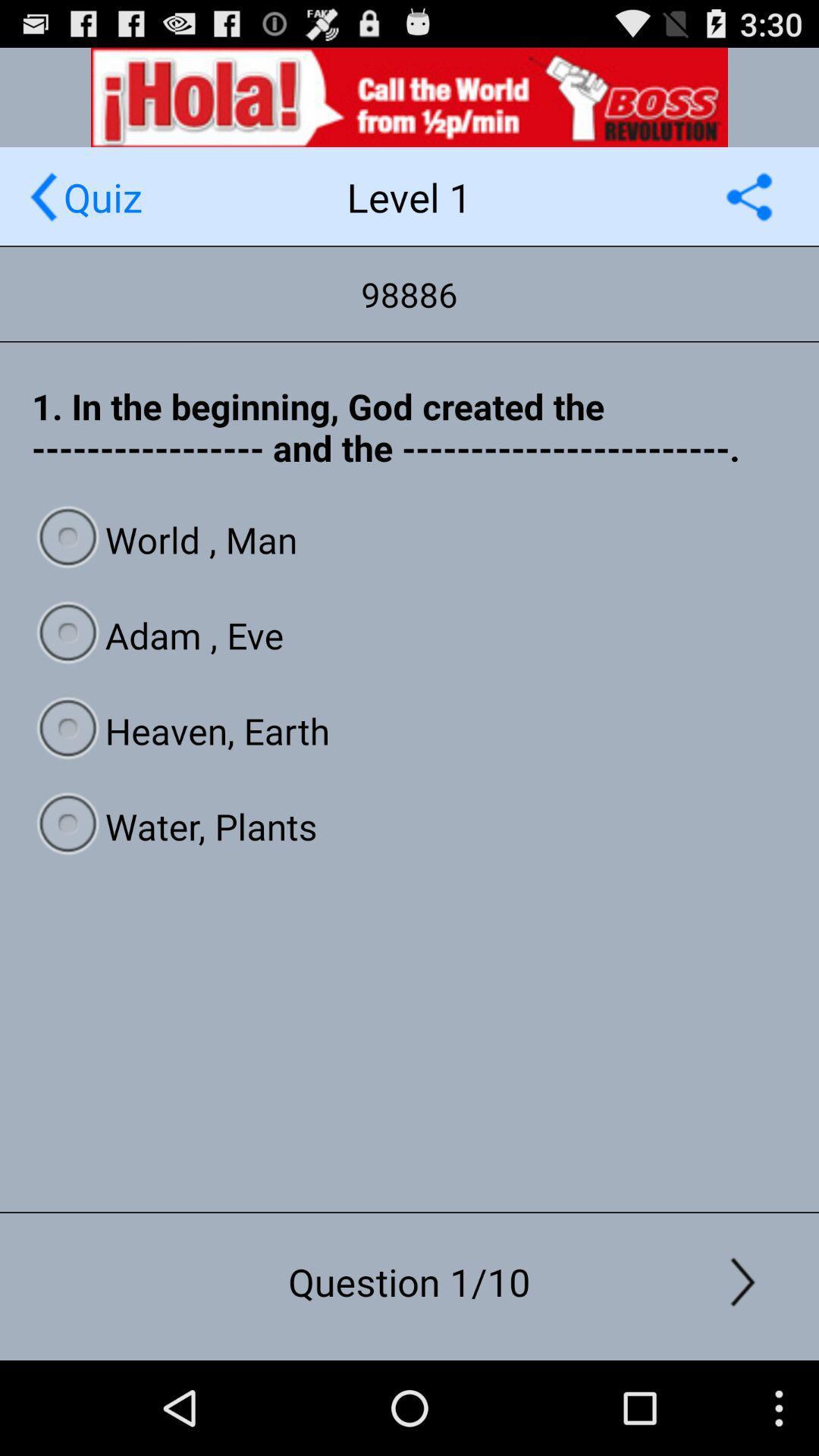 This screenshot has height=1456, width=819. Describe the element at coordinates (748, 210) in the screenshot. I see `the share icon` at that location.